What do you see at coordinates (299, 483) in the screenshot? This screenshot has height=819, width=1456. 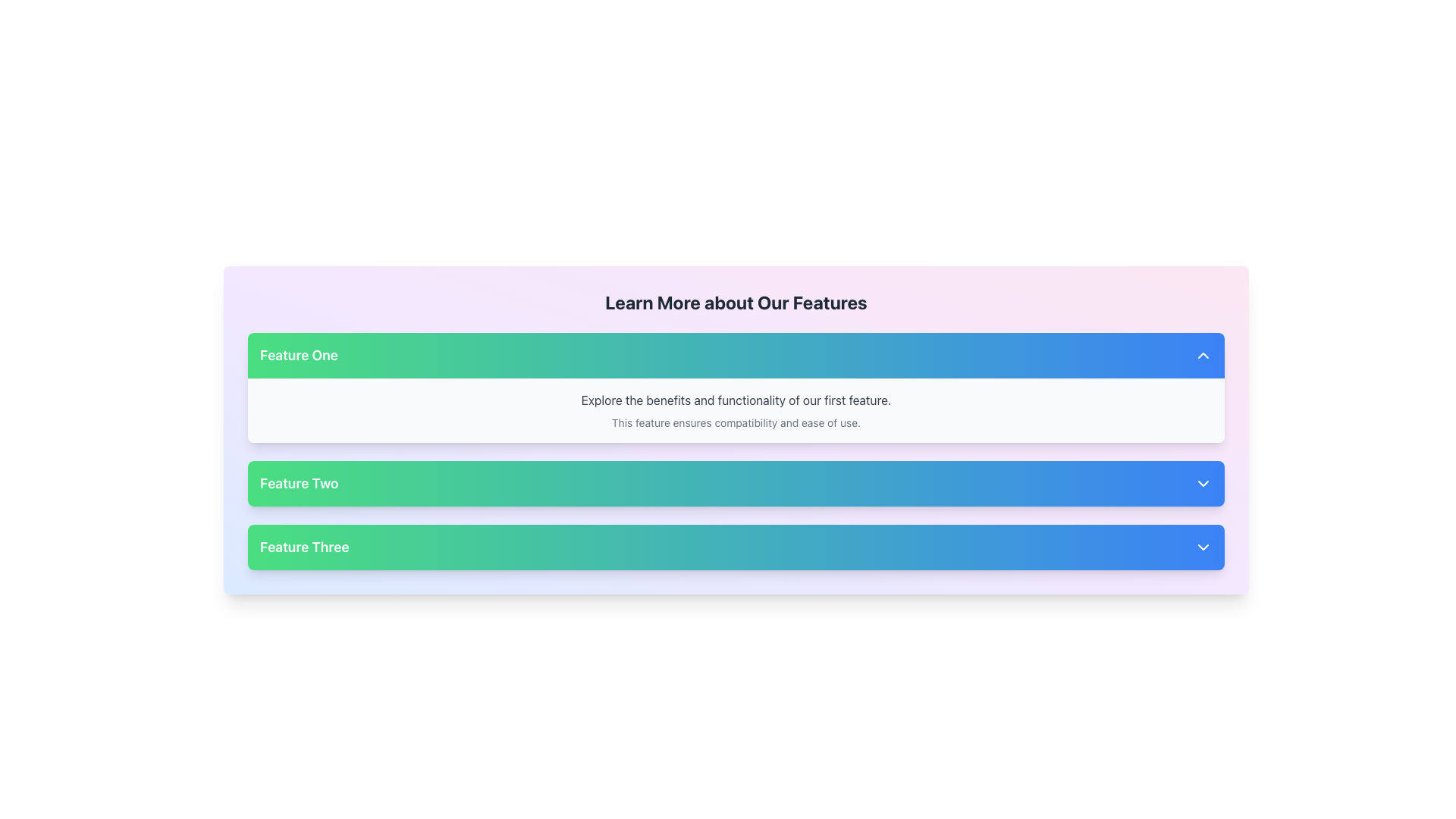 I see `the Text Label displaying 'Feature Two', which is positioned between 'Feature One' and 'Feature Three' in the feature listing interface` at bounding box center [299, 483].